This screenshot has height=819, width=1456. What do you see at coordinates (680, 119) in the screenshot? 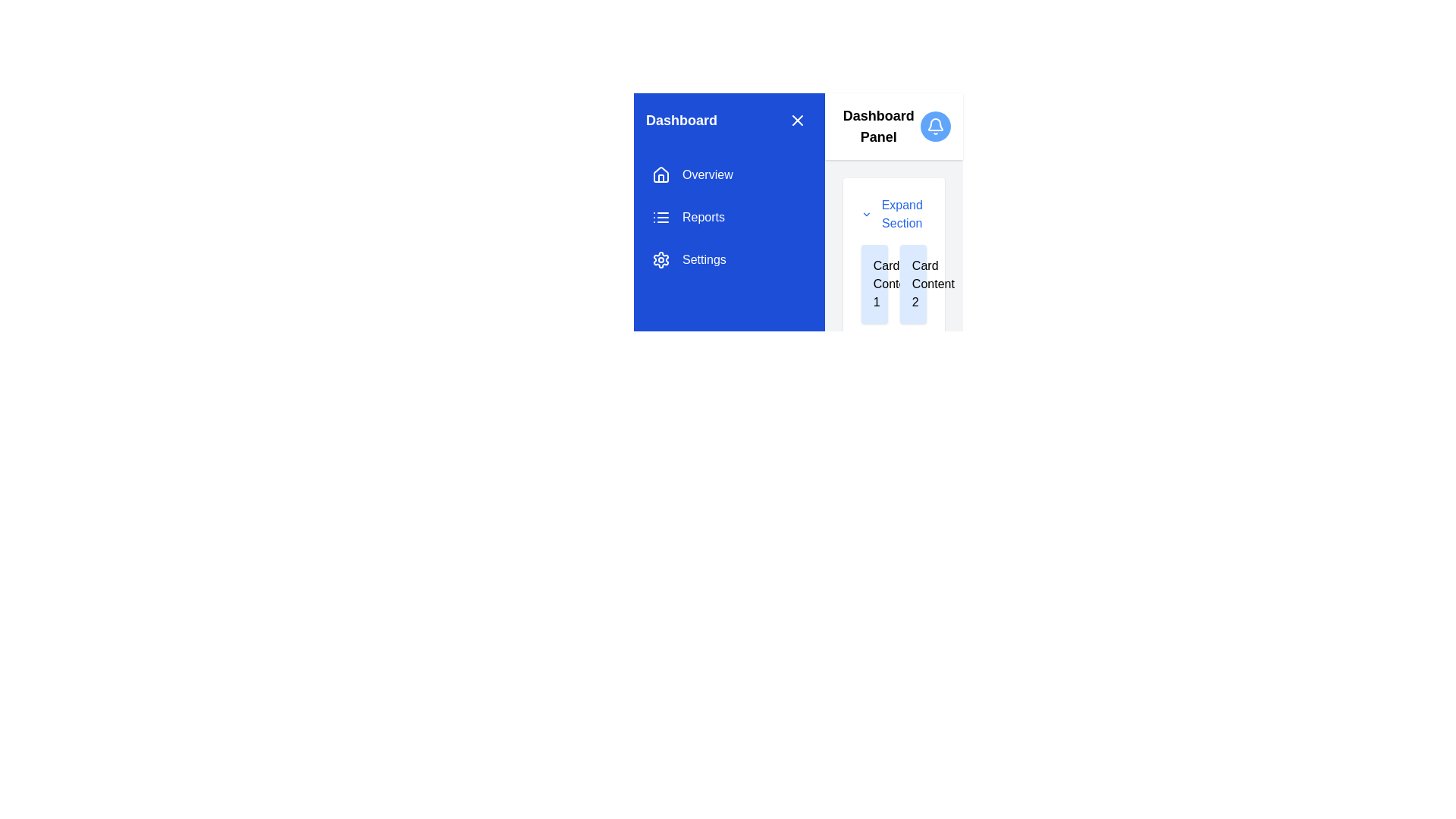
I see `the static text label indicating the dashboard section, which is positioned near the top-left corner of the menu layout, to the left of the close icon` at bounding box center [680, 119].